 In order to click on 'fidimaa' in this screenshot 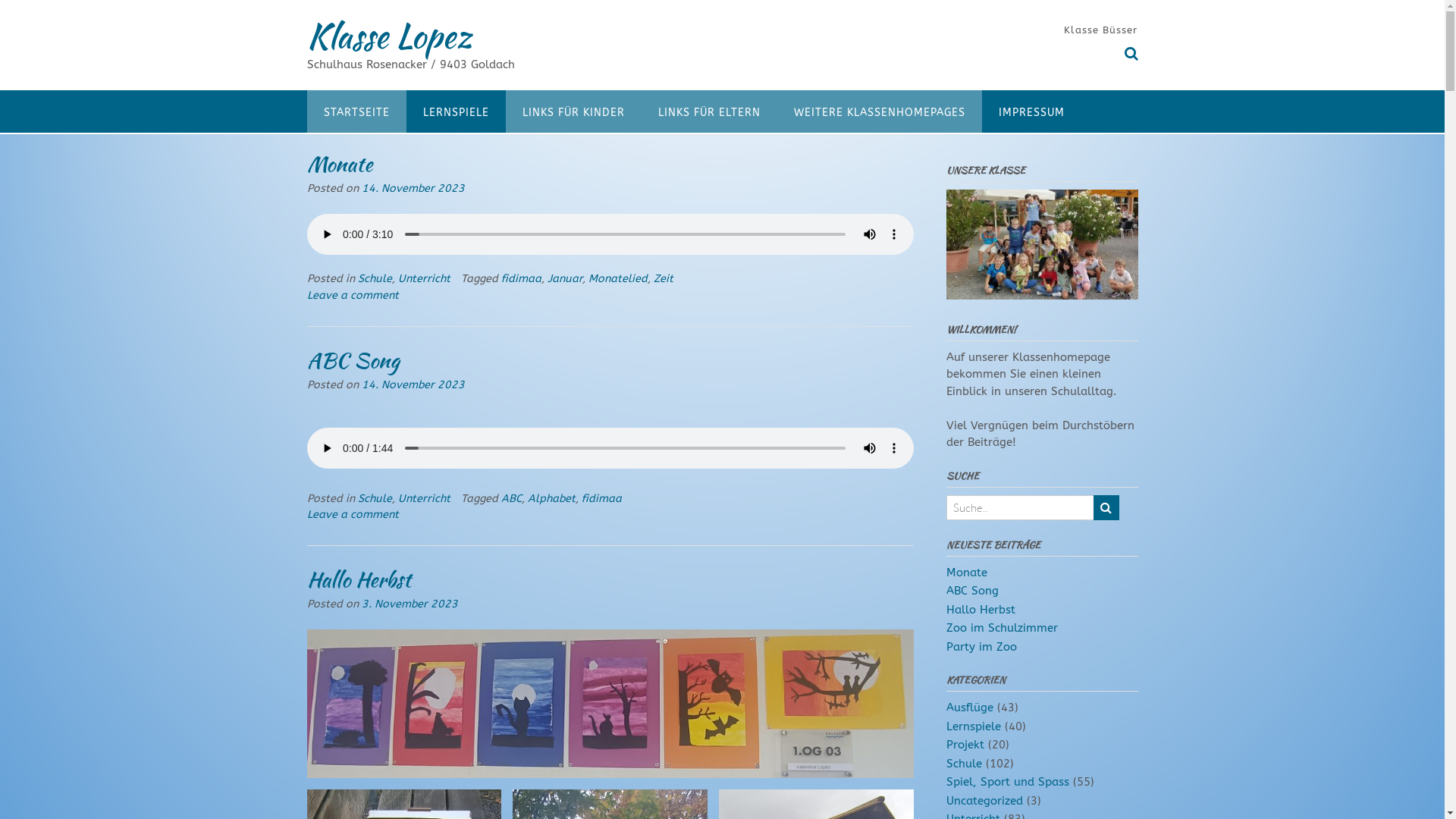, I will do `click(520, 278)`.